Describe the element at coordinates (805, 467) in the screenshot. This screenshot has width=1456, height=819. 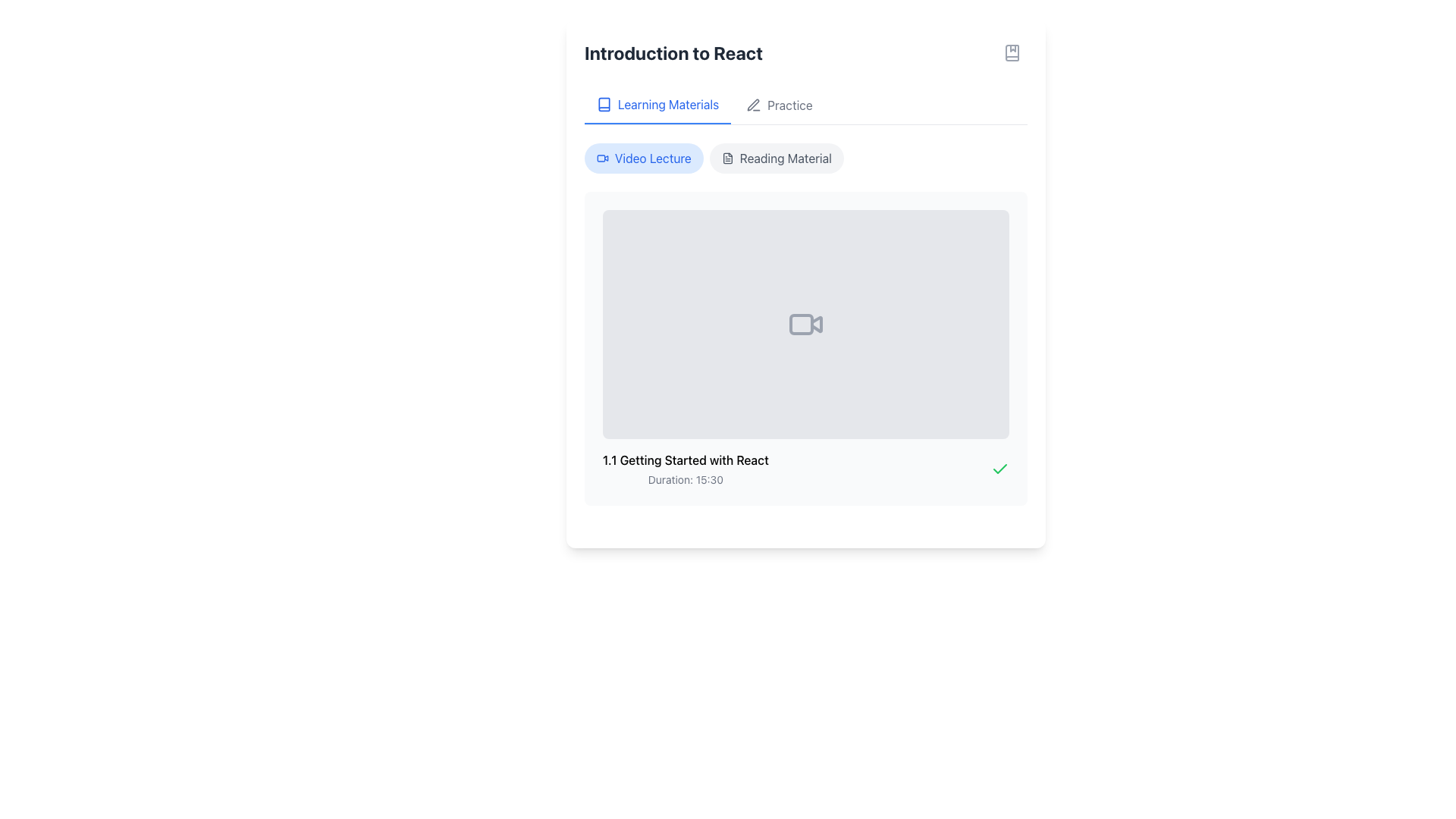
I see `the list item representing the lesson titled '1.1 Getting Started with React'` at that location.